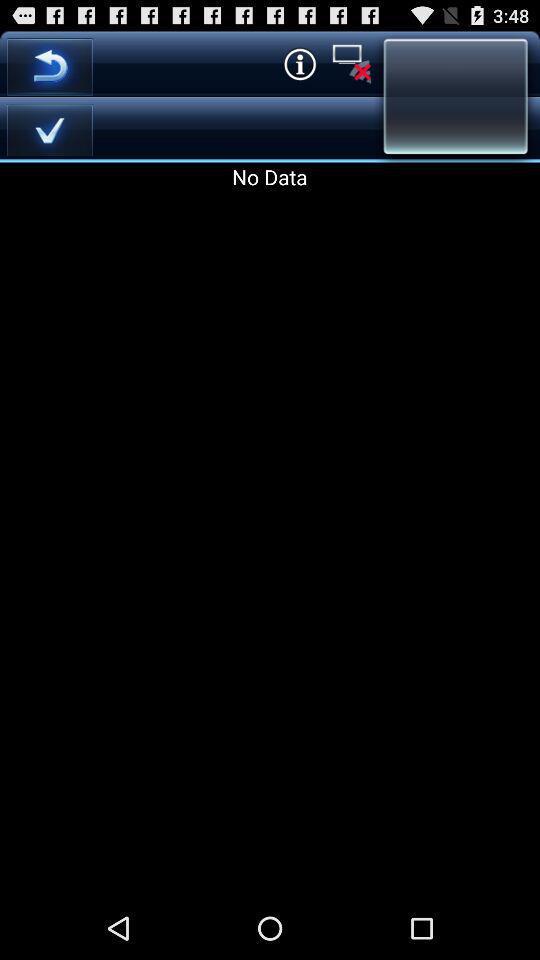 This screenshot has height=960, width=540. What do you see at coordinates (50, 71) in the screenshot?
I see `the undo icon` at bounding box center [50, 71].